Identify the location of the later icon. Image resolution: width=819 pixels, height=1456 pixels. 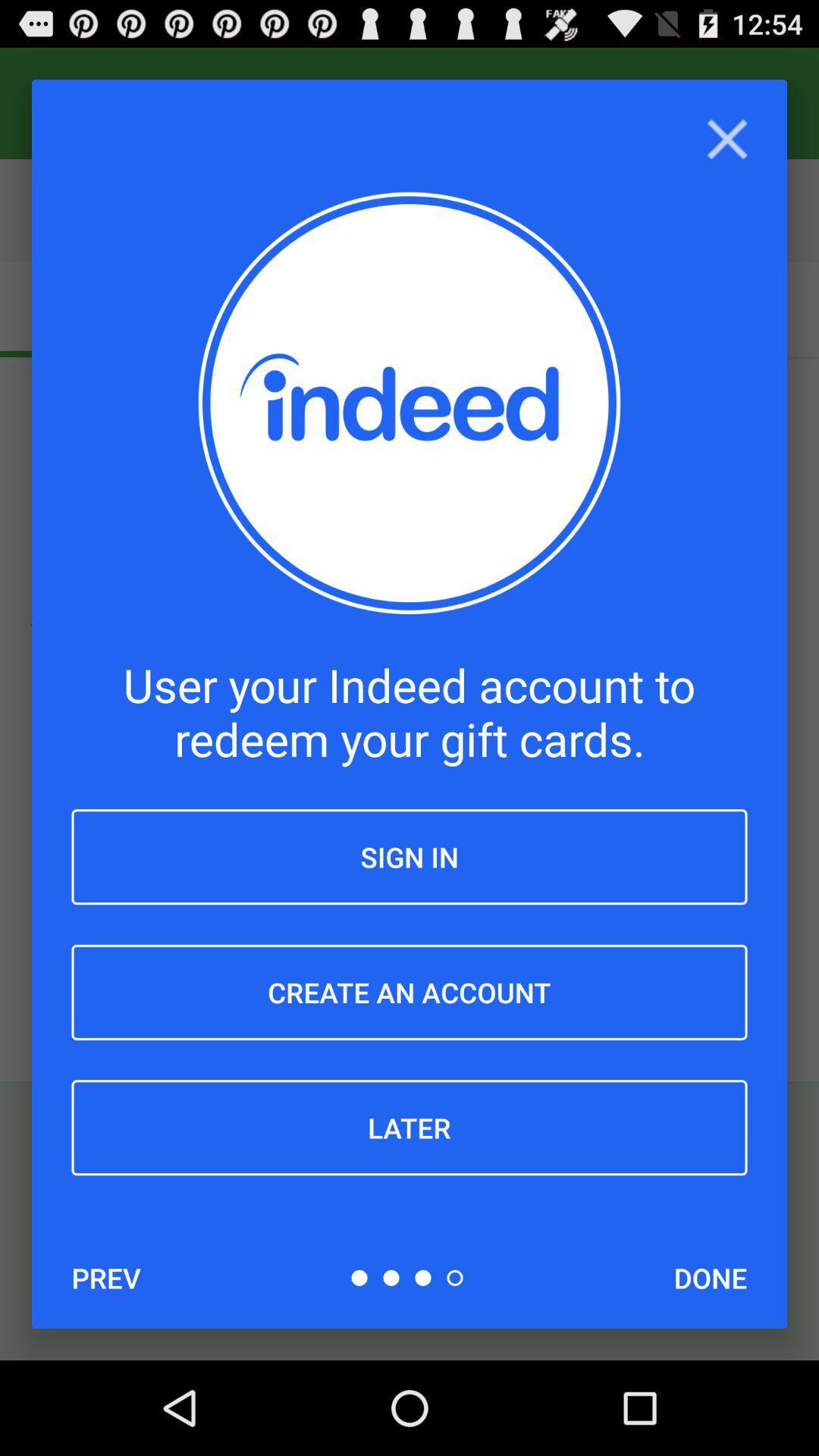
(409, 1128).